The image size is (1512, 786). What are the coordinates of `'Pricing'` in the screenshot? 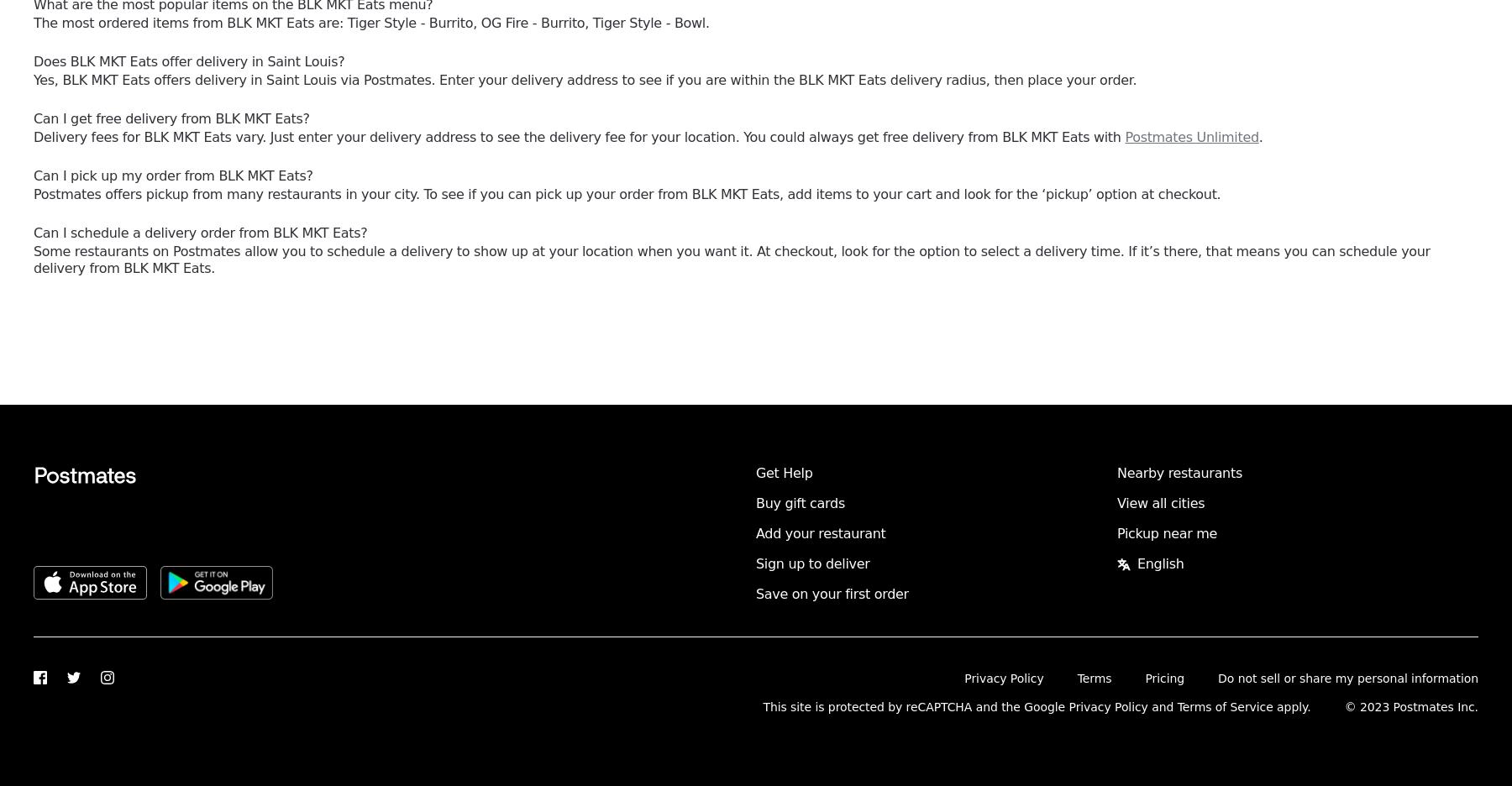 It's located at (1143, 677).